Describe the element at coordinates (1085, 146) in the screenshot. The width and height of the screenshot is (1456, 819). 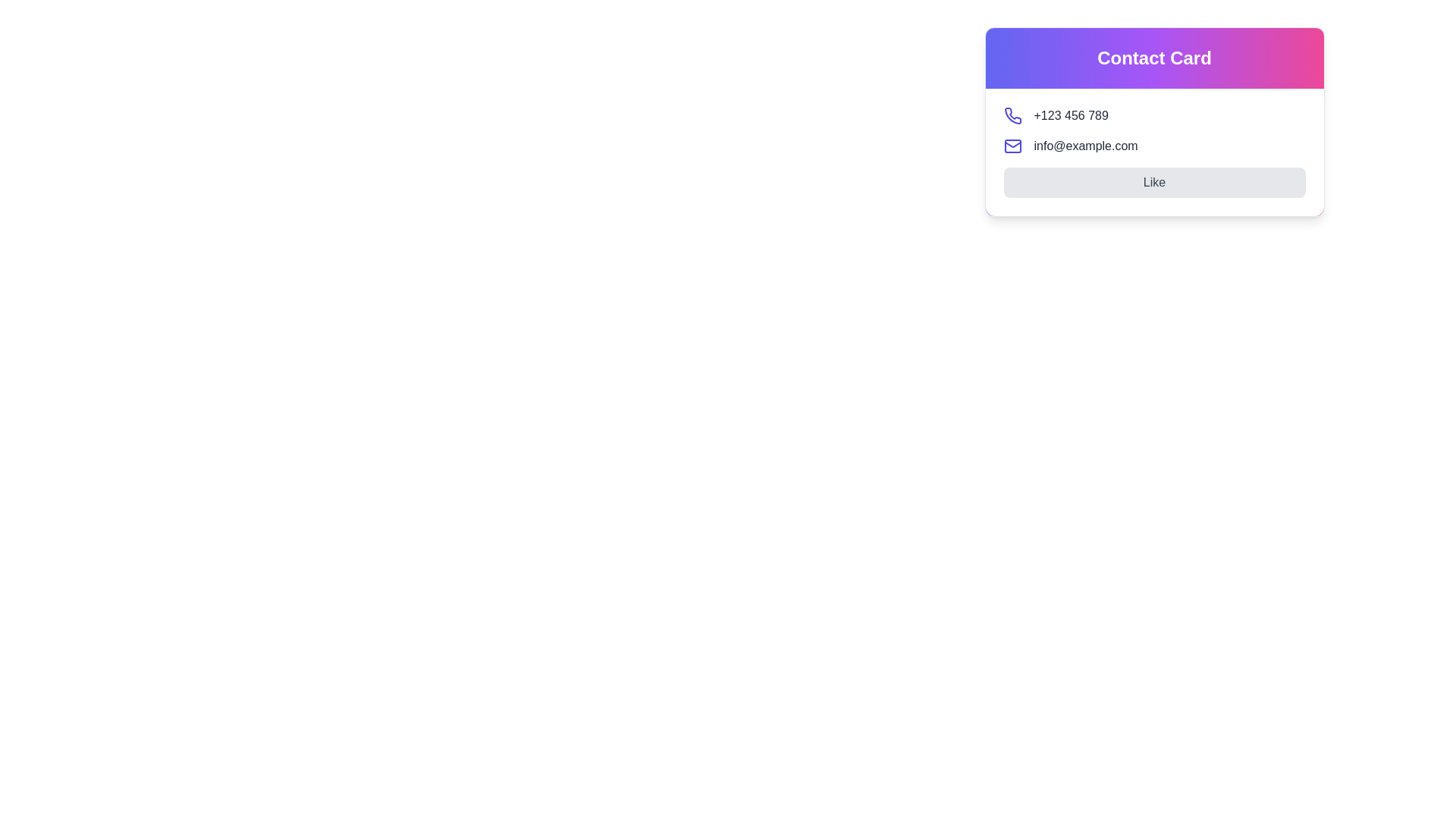
I see `the email address 'info@example.com'` at that location.